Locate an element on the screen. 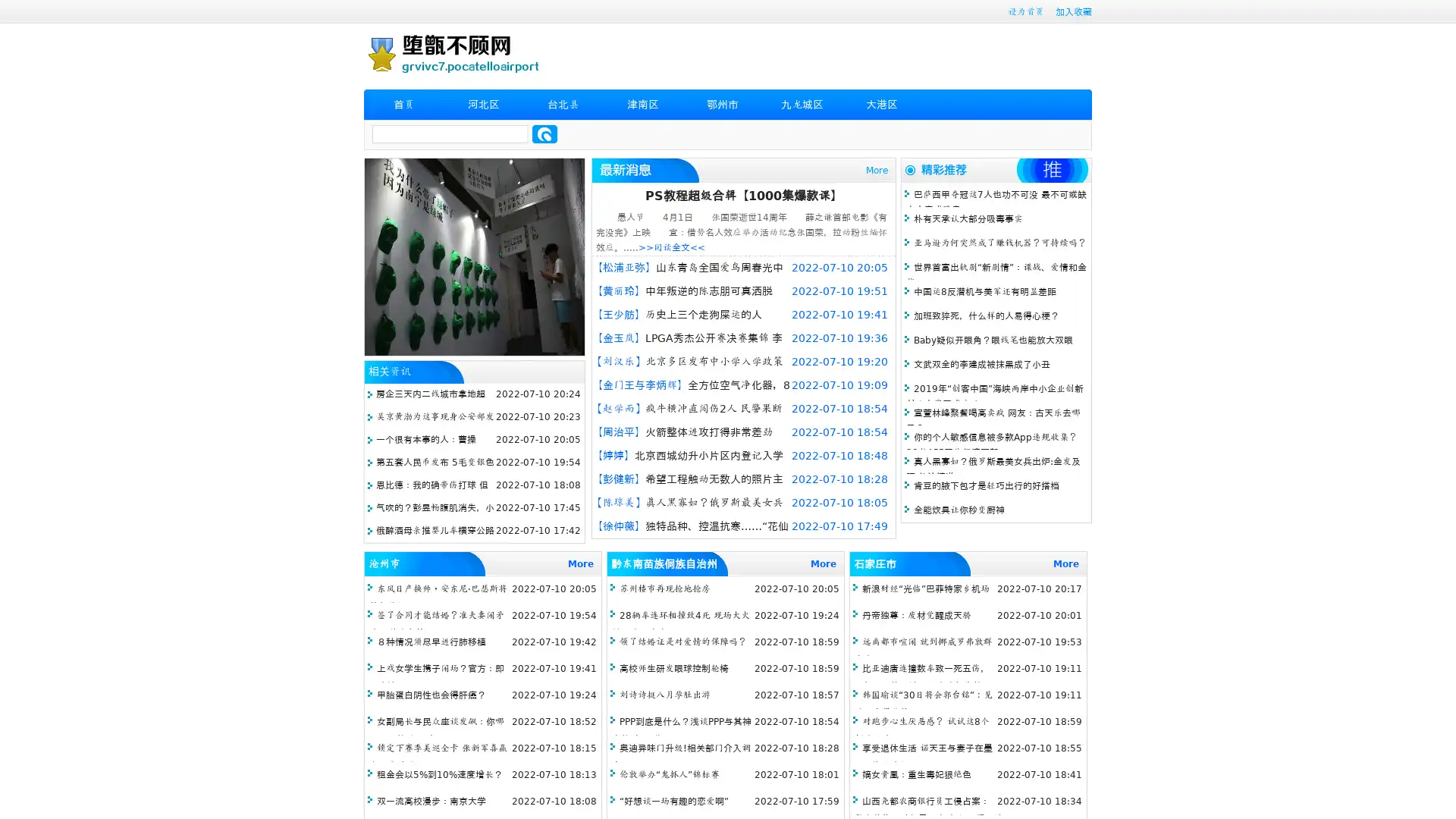 Image resolution: width=1456 pixels, height=819 pixels. Search is located at coordinates (544, 133).